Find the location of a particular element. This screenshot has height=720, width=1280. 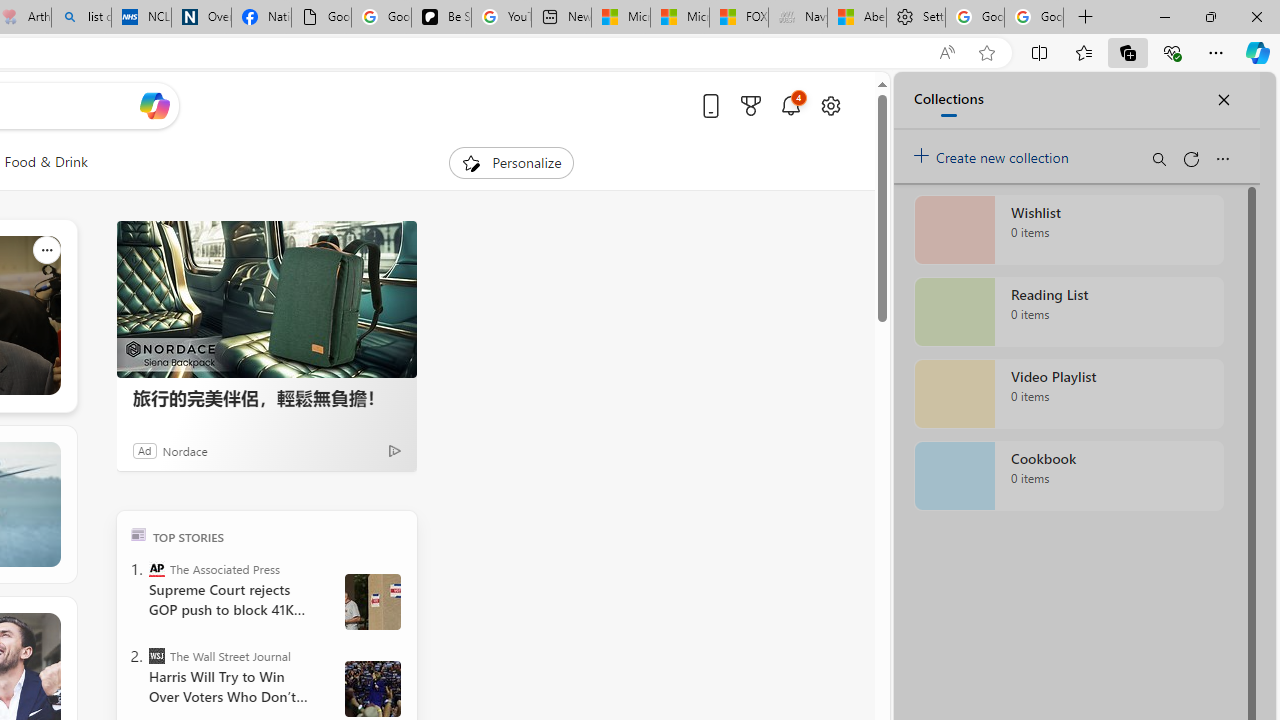

'The Associated Press' is located at coordinates (155, 568).